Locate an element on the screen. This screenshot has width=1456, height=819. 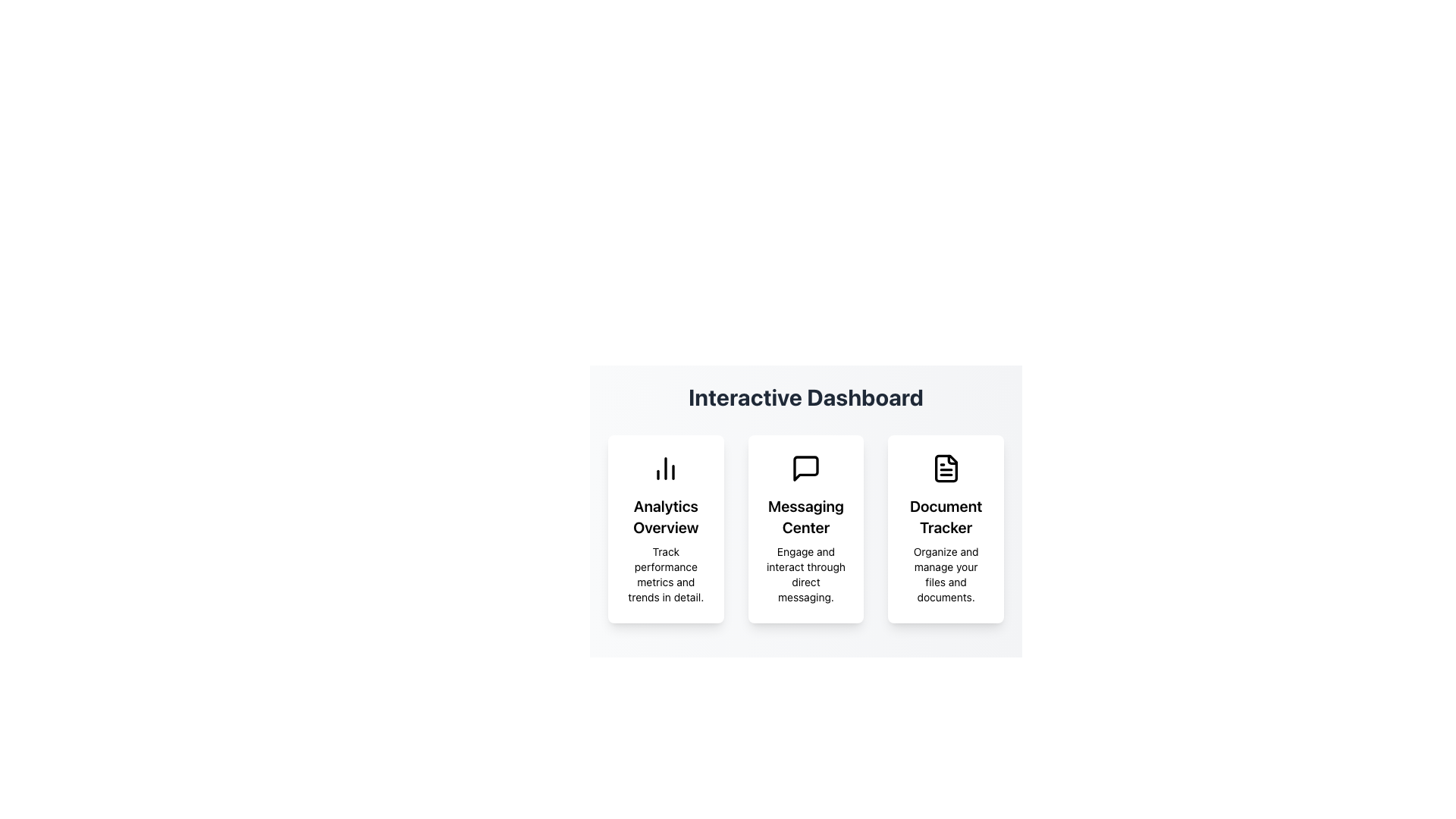
the messaging icon located at the top-central portion of the 'Messaging Center' card, which represents communication is located at coordinates (805, 467).